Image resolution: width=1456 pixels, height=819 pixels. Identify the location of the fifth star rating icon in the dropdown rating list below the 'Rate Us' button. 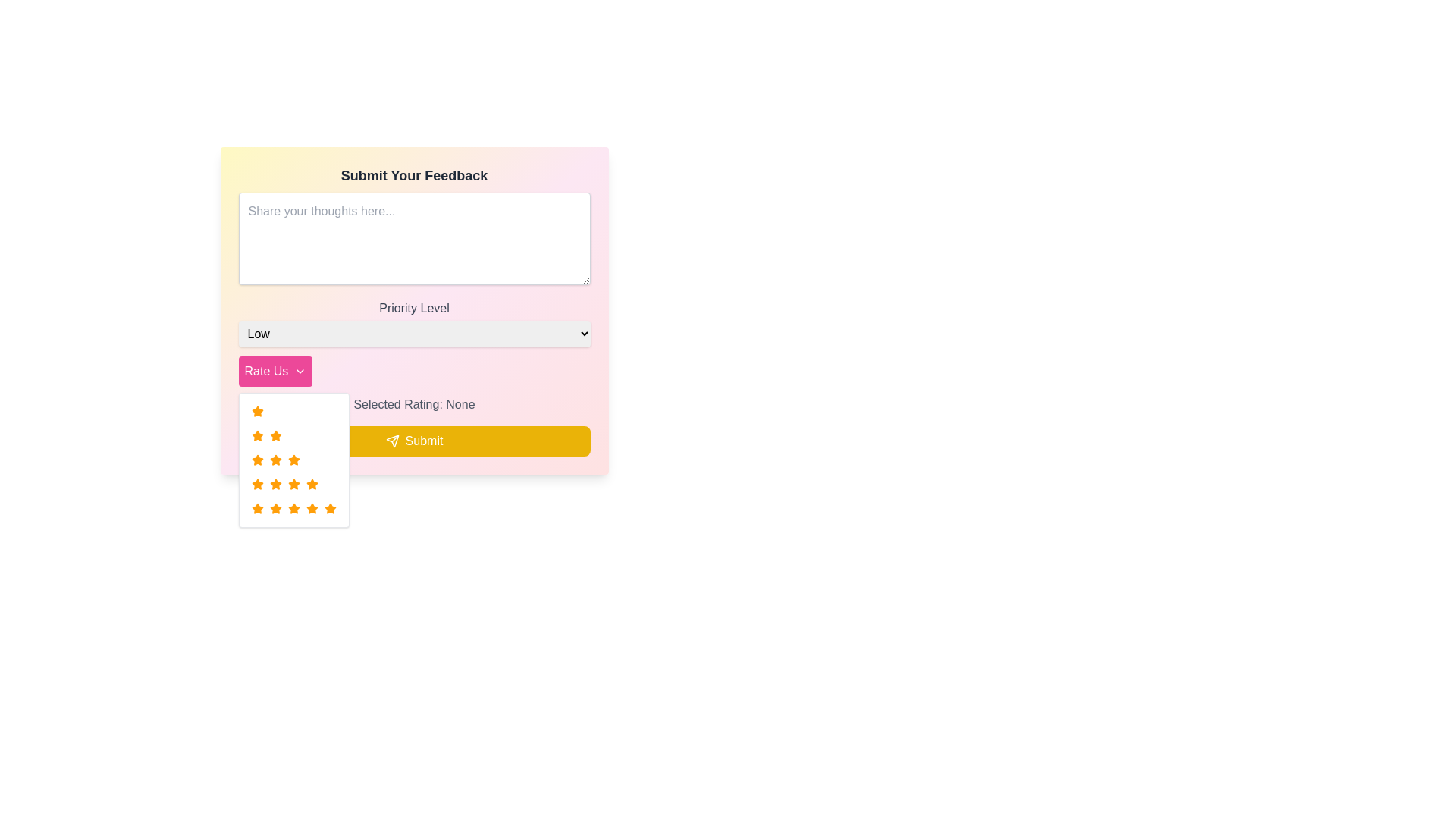
(311, 508).